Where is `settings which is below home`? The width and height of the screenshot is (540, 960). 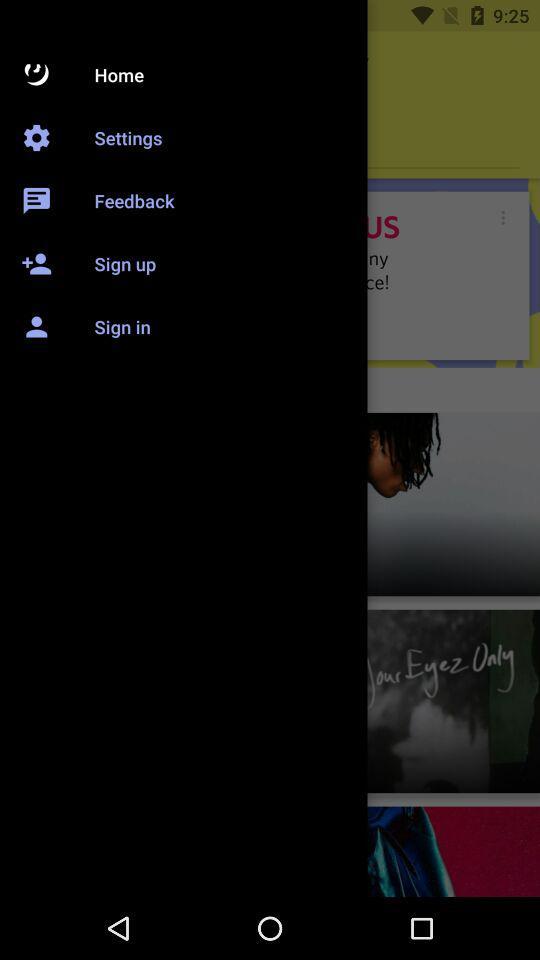 settings which is below home is located at coordinates (270, 140).